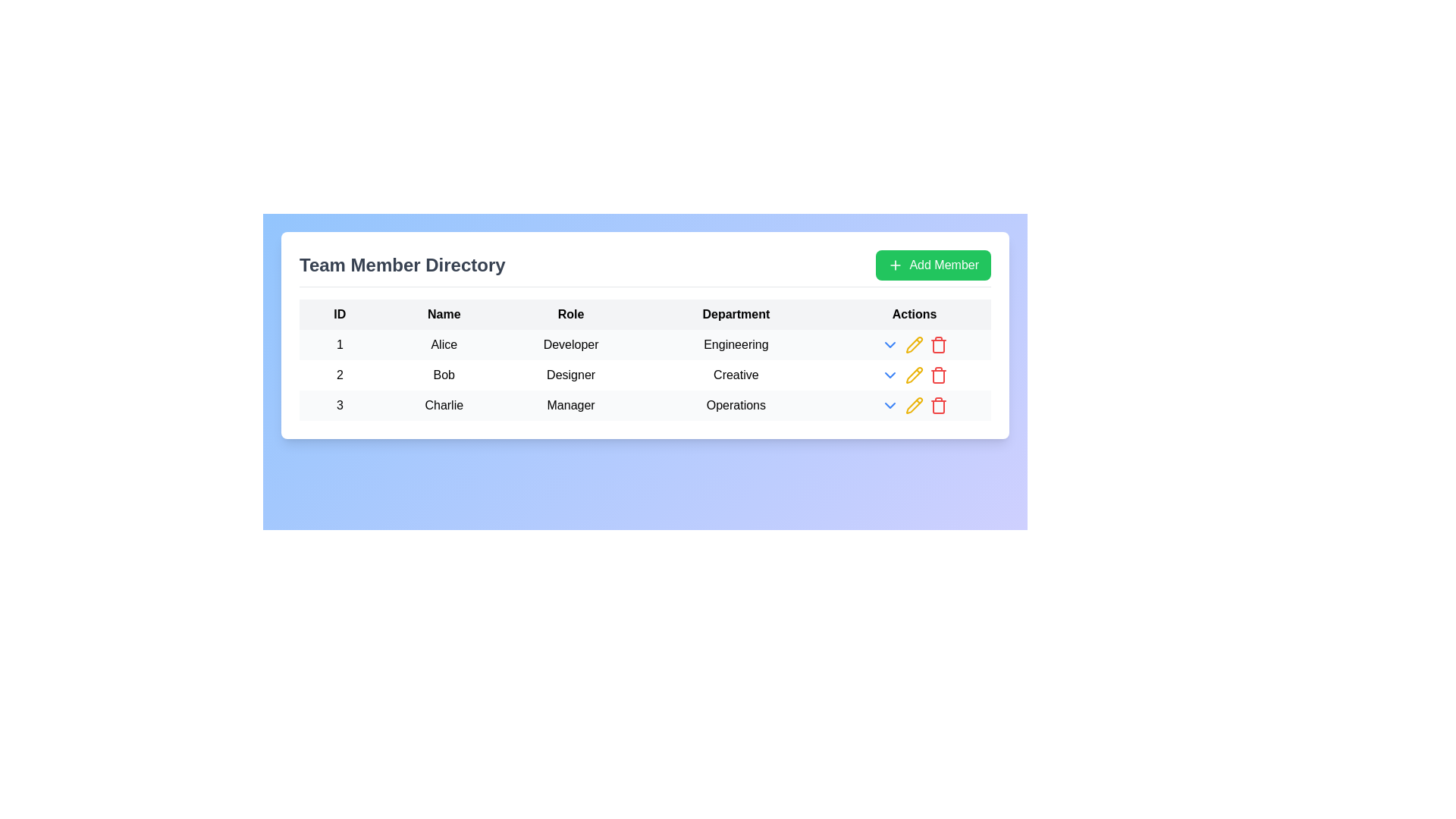 This screenshot has height=819, width=1456. I want to click on or highlight the first row of the table representing team member details for Alice, which includes fields such as ID, Name, Role, Department, and action buttons, so click(645, 345).